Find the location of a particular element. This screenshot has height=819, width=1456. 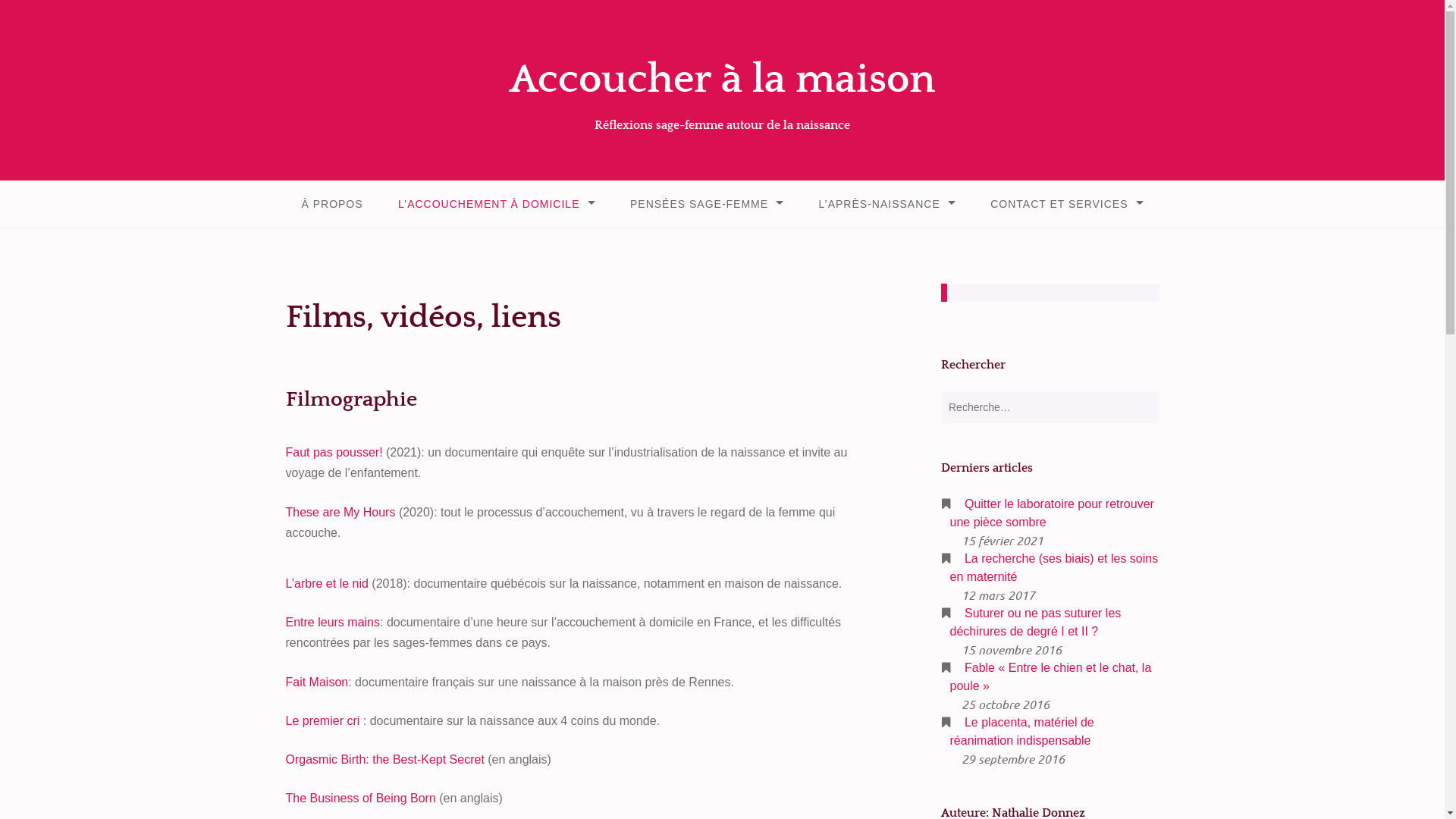

'The Business of Being Born' is located at coordinates (359, 797).